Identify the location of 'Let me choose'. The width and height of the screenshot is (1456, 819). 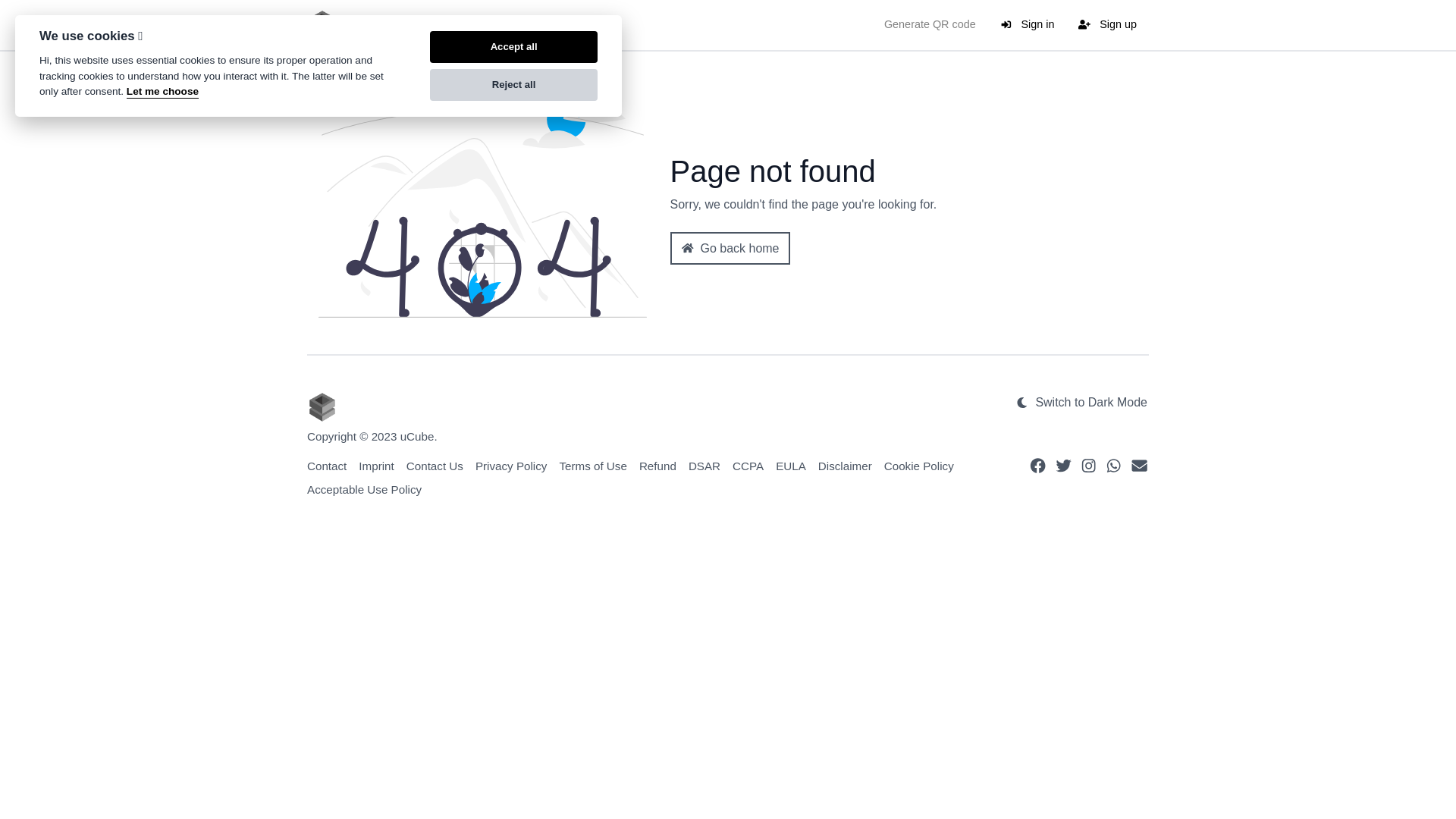
(162, 92).